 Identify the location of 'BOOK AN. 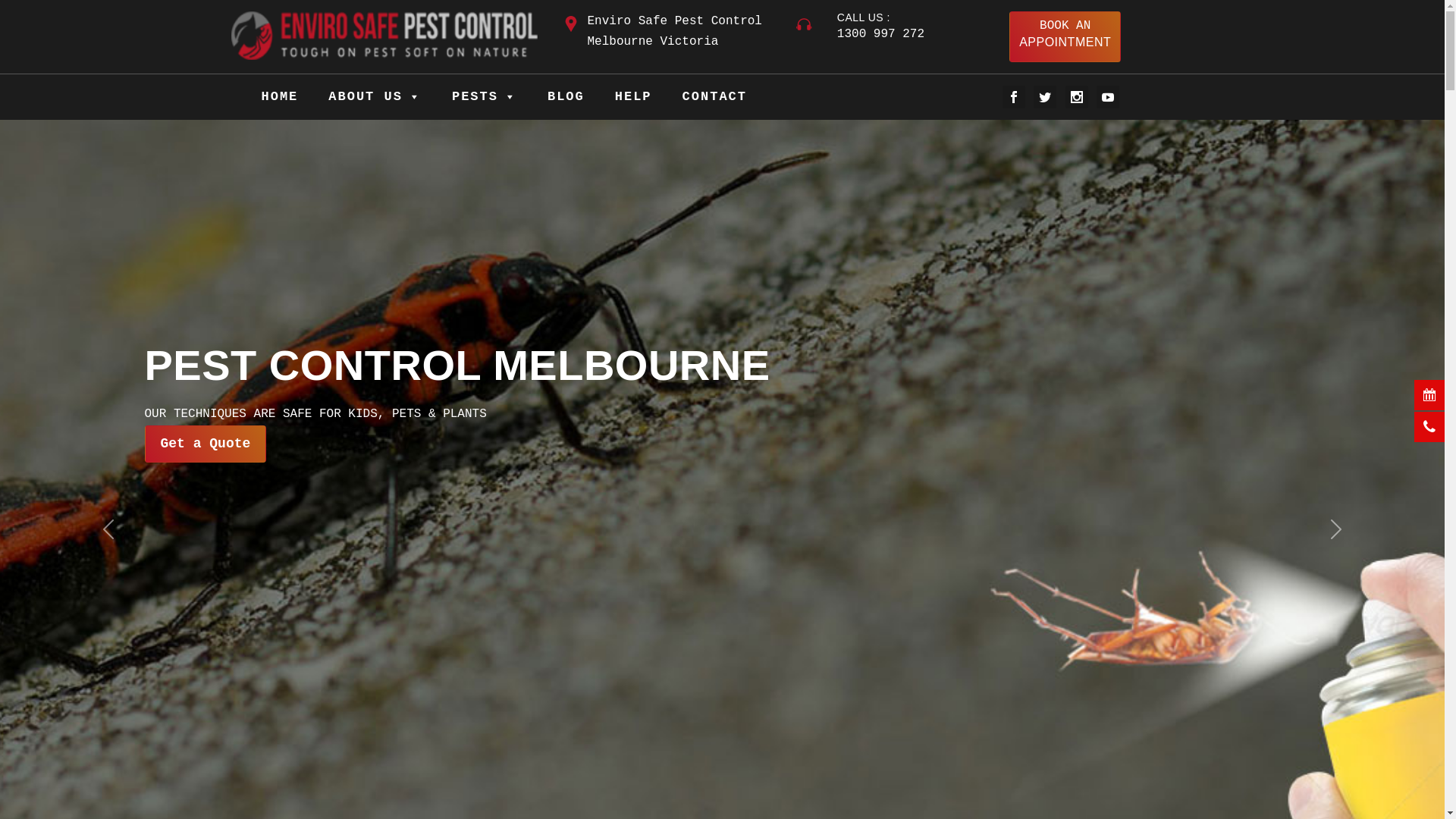
(1064, 36).